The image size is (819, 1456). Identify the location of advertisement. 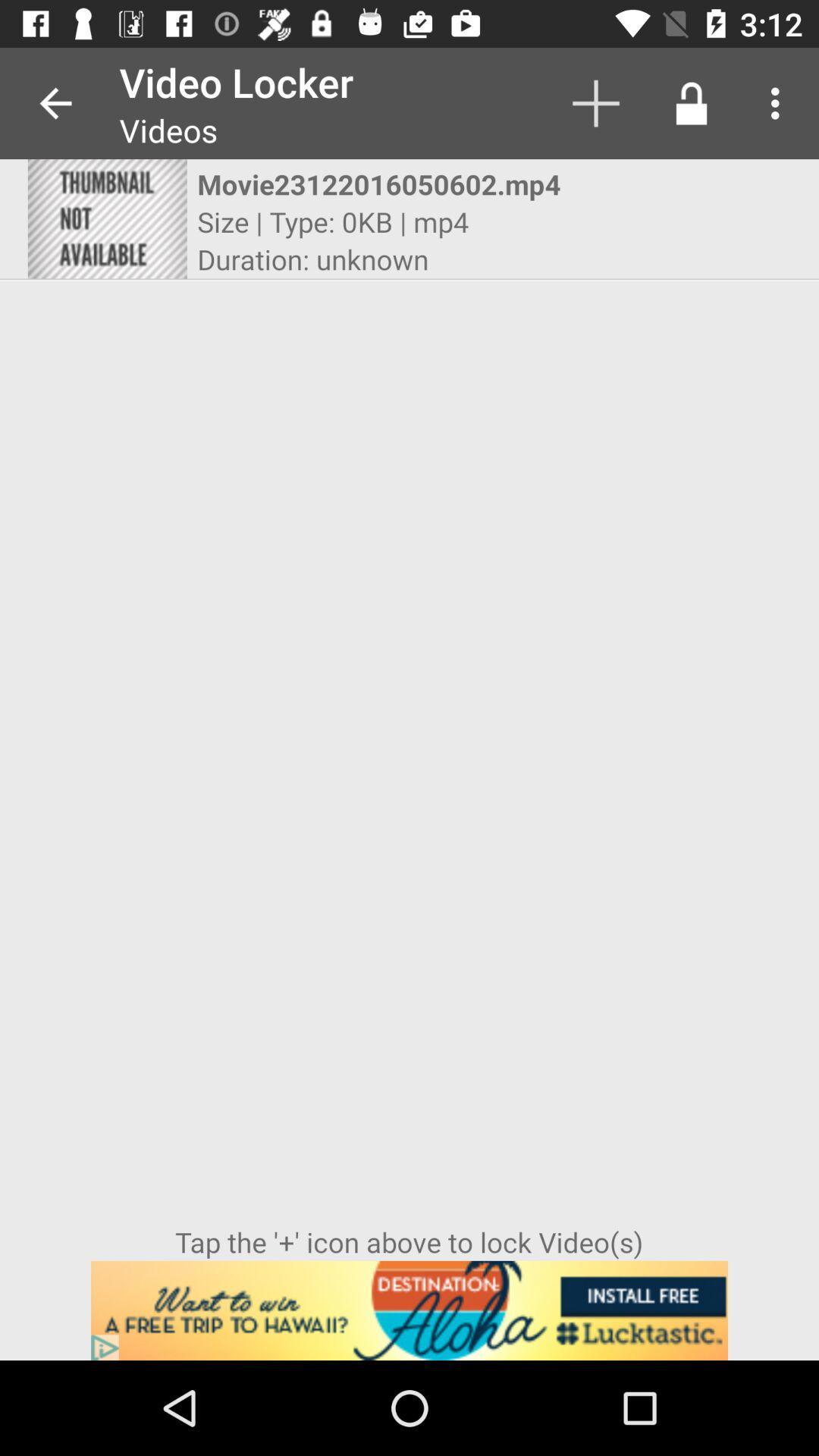
(409, 1310).